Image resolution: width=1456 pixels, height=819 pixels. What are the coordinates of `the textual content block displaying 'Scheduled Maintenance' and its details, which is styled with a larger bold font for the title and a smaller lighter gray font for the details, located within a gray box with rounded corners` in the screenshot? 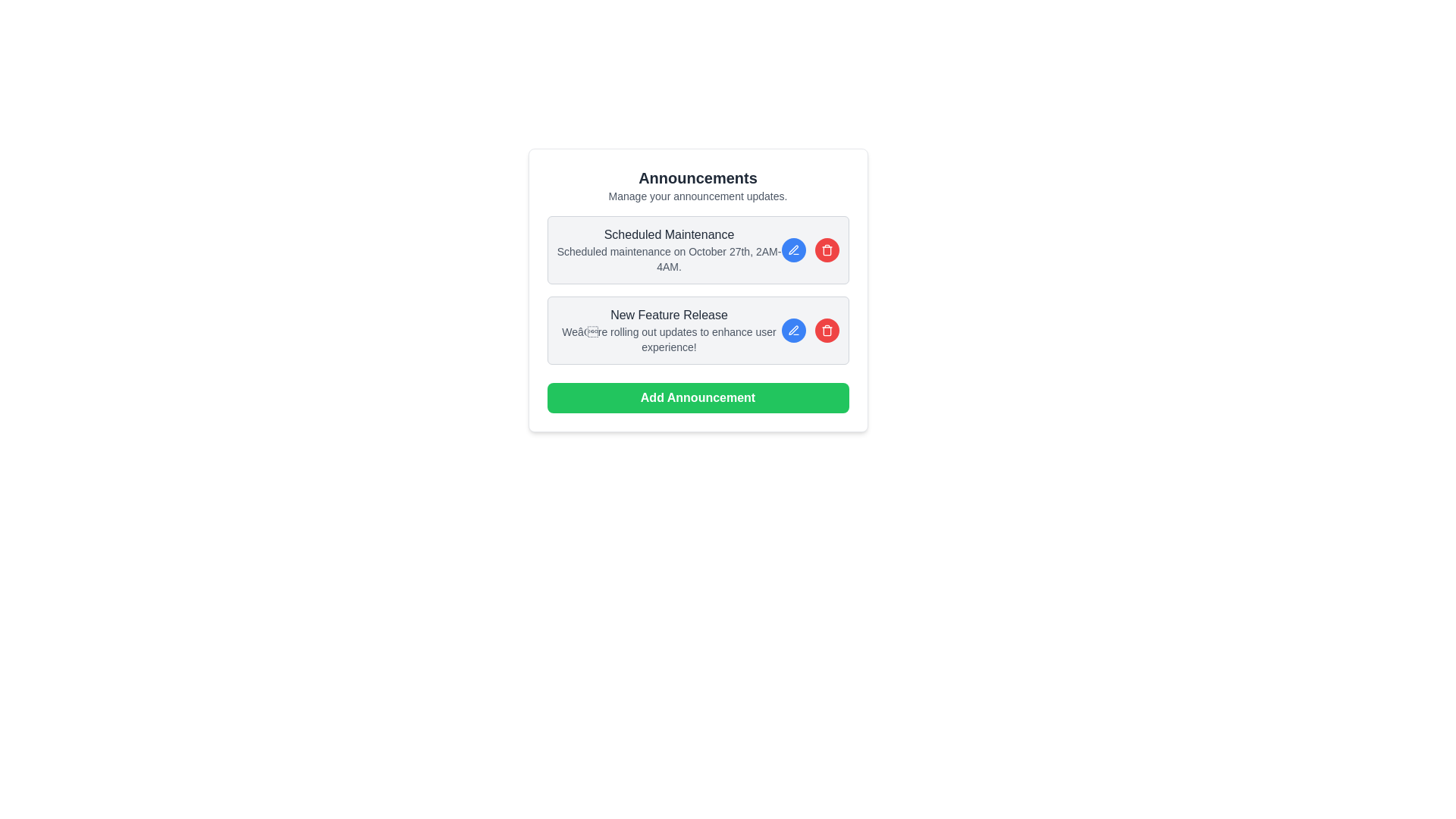 It's located at (668, 249).